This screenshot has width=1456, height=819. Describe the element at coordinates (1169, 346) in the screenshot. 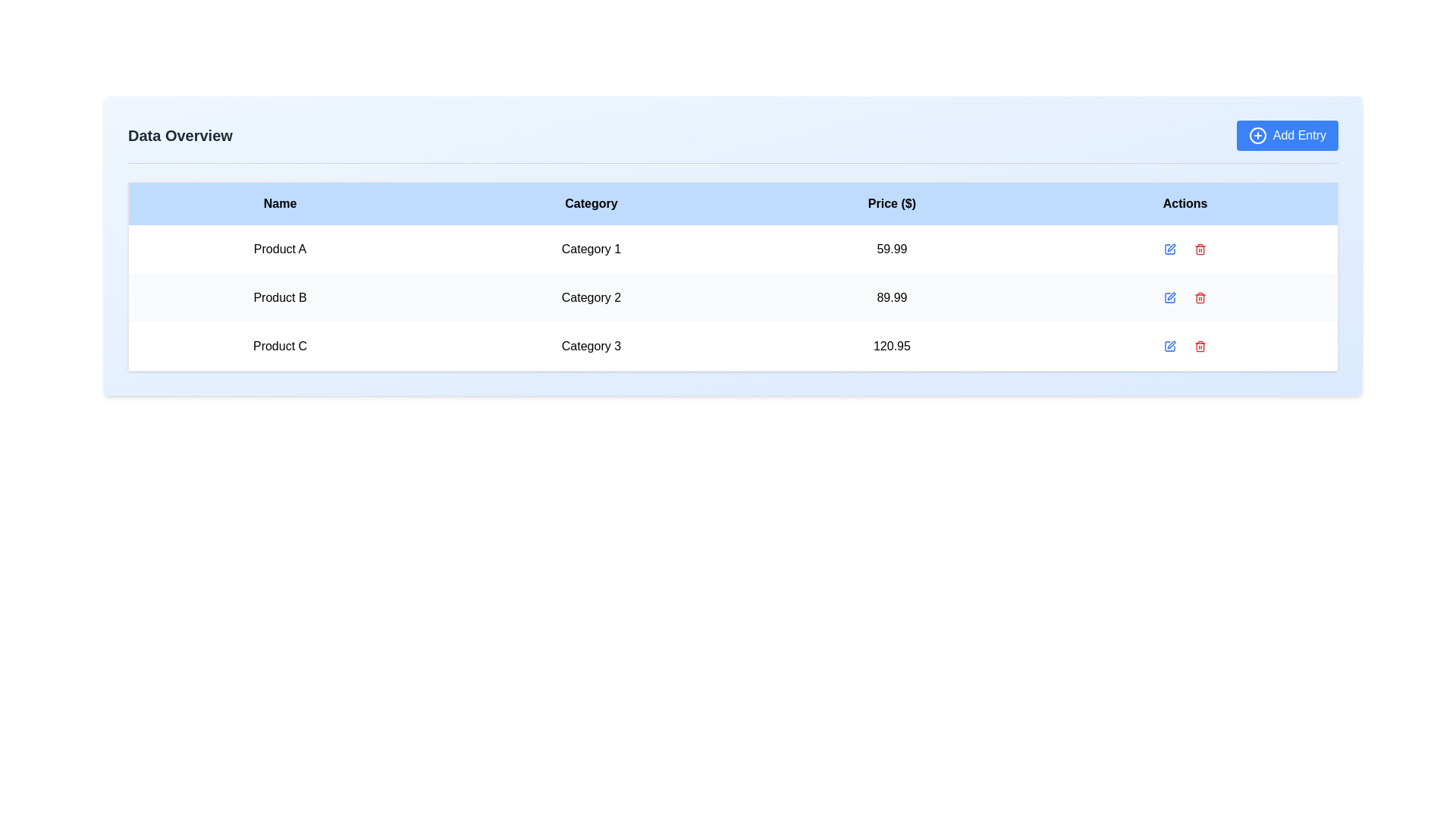

I see `the leftmost outline shape of the edit icon located in the 'Actions' column of the data table` at that location.